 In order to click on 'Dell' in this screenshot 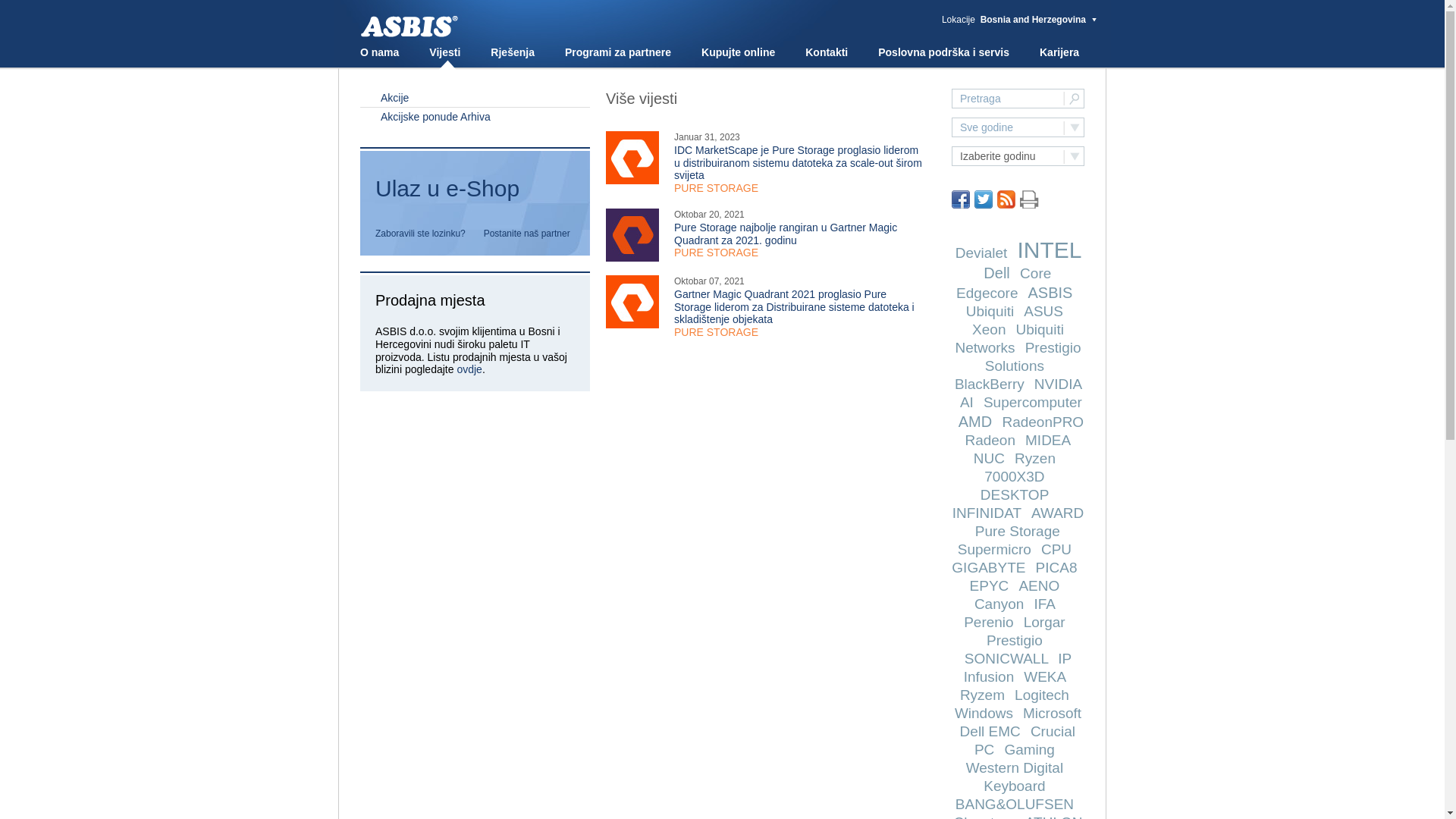, I will do `click(996, 271)`.